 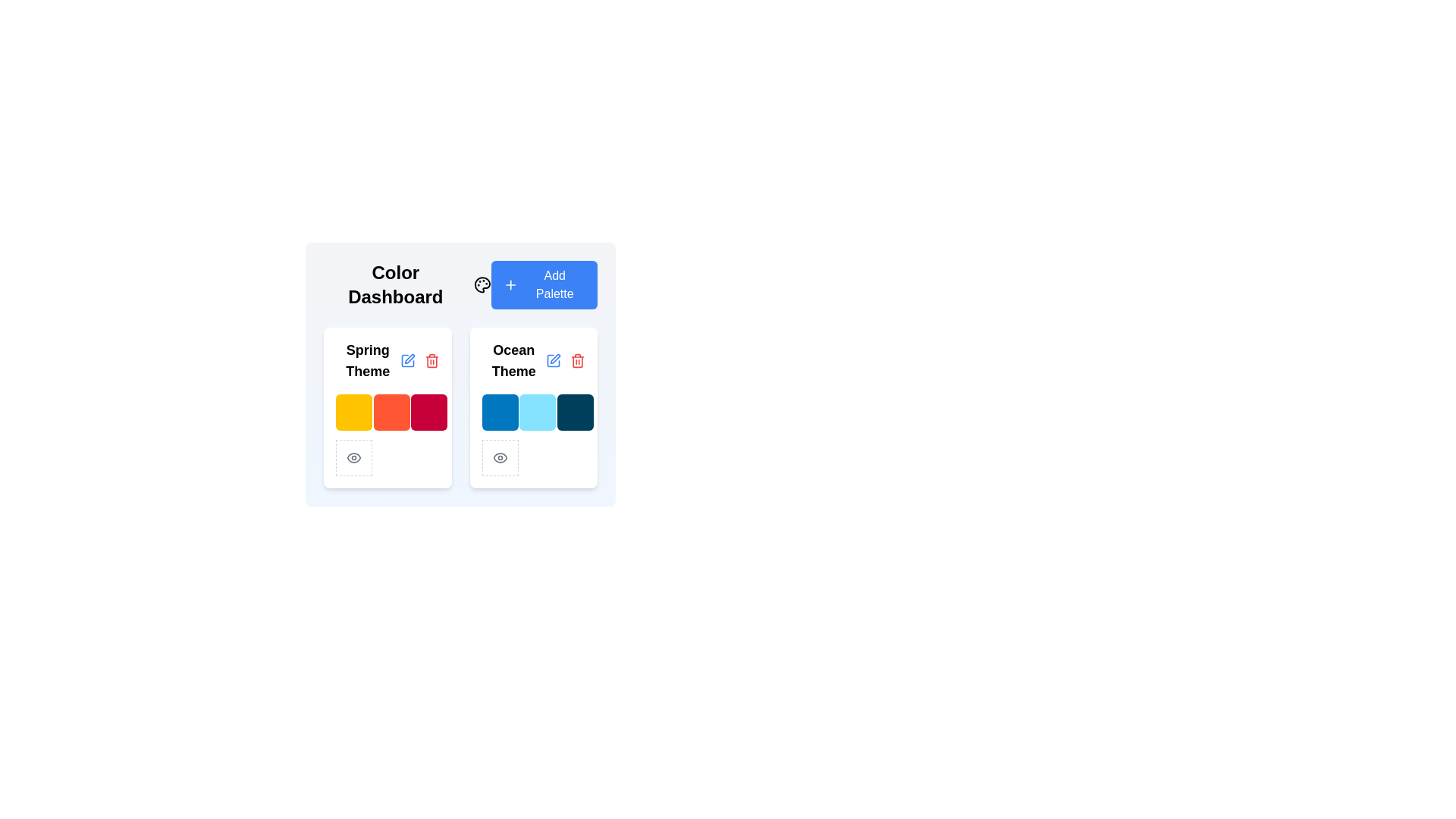 What do you see at coordinates (388, 360) in the screenshot?
I see `the text label displaying the theme name 'Spring Theme' located at the top-left corner of the theme card` at bounding box center [388, 360].